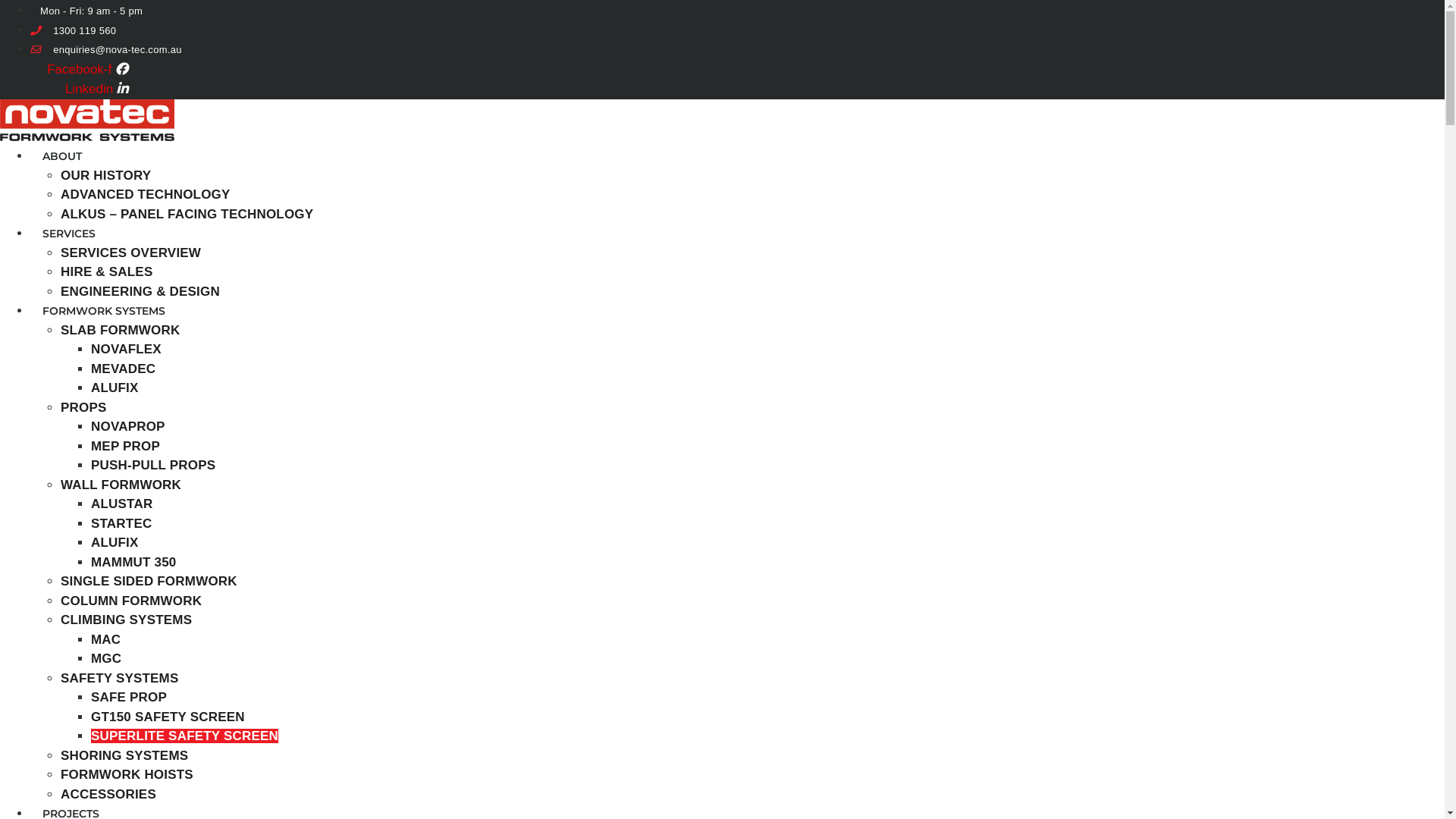 Image resolution: width=1456 pixels, height=819 pixels. What do you see at coordinates (133, 562) in the screenshot?
I see `'MAMMUT 350'` at bounding box center [133, 562].